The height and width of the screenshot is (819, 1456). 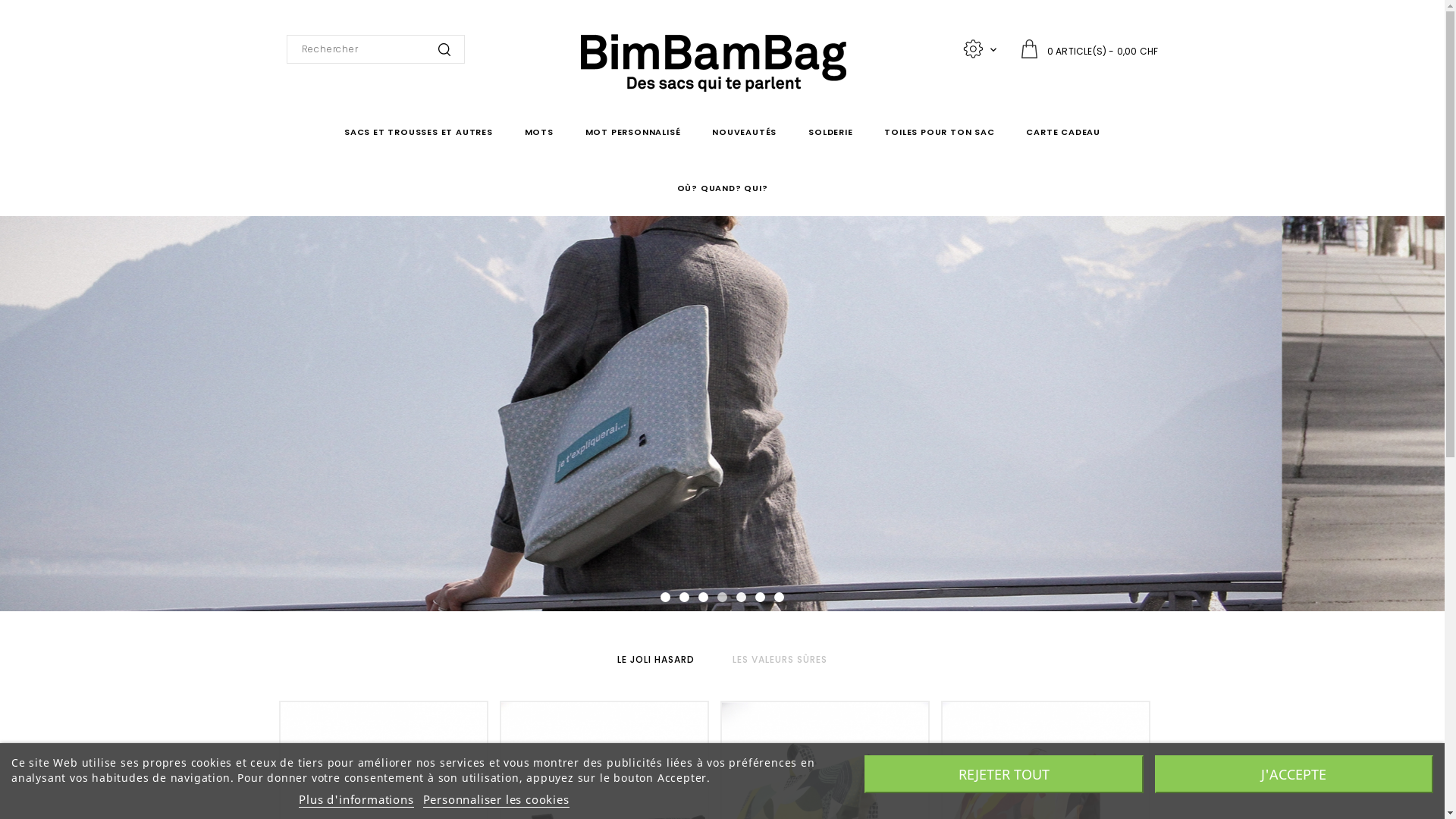 I want to click on 'MOTS', so click(x=538, y=130).